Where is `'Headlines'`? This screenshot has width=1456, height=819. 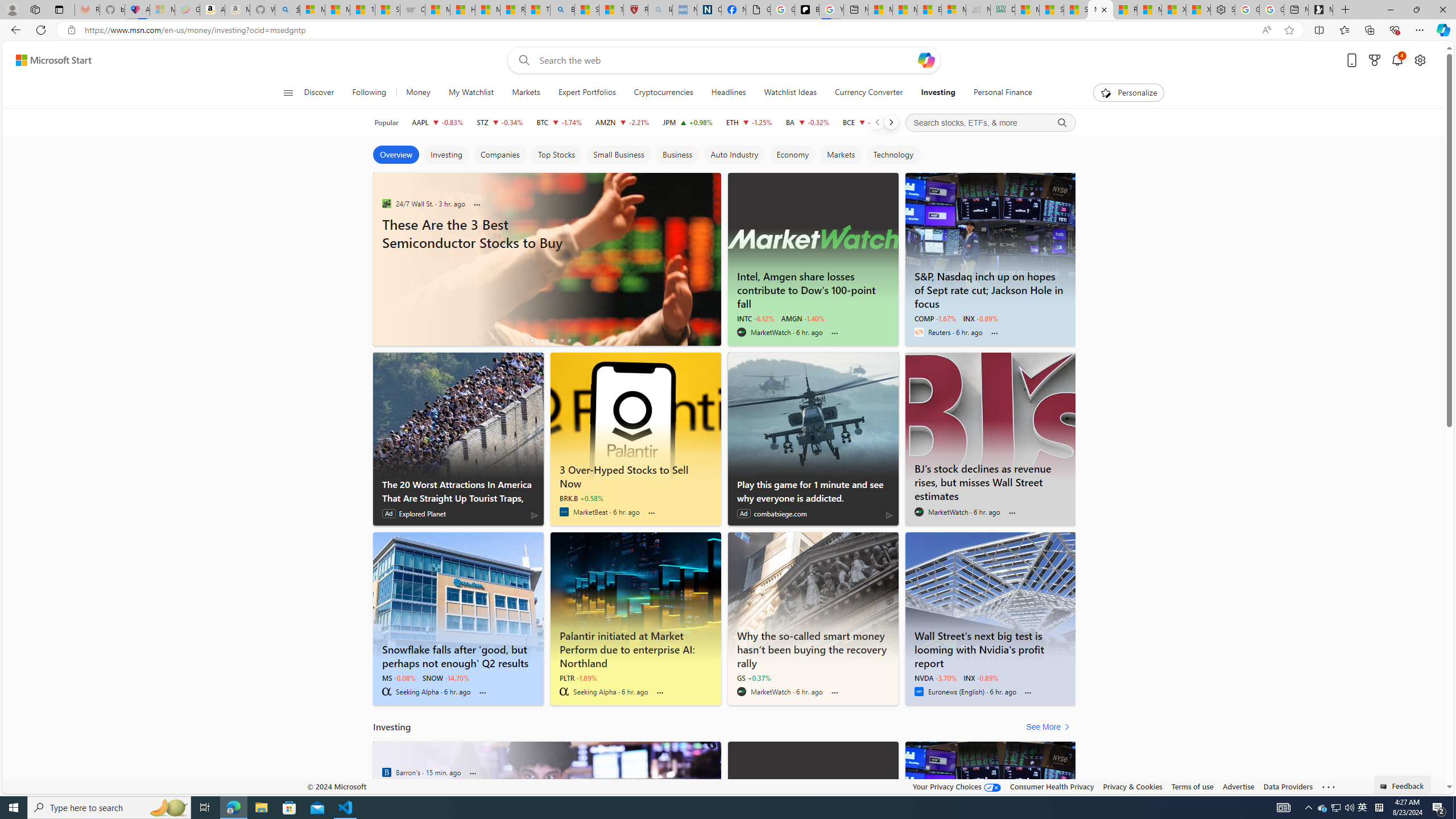
'Headlines' is located at coordinates (728, 92).